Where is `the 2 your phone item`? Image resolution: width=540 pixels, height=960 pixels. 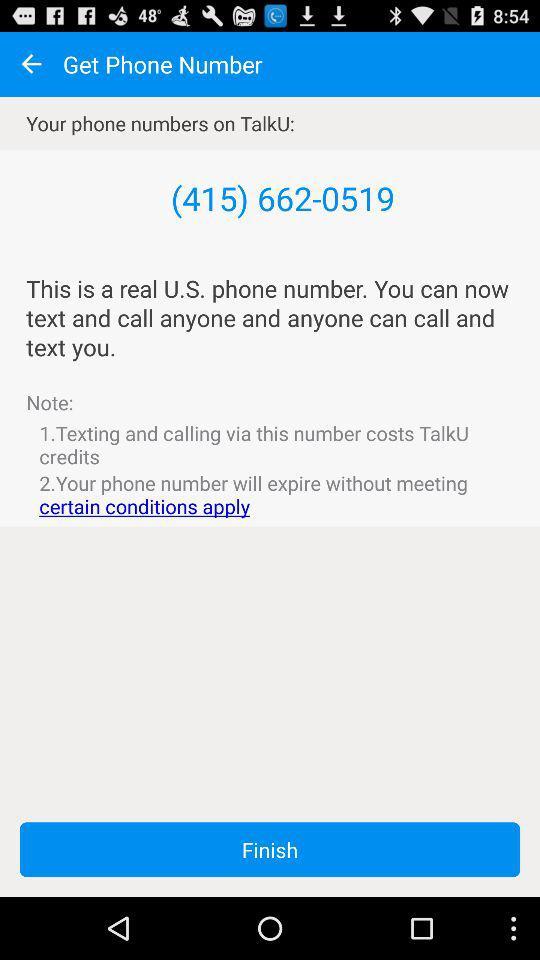
the 2 your phone item is located at coordinates (270, 493).